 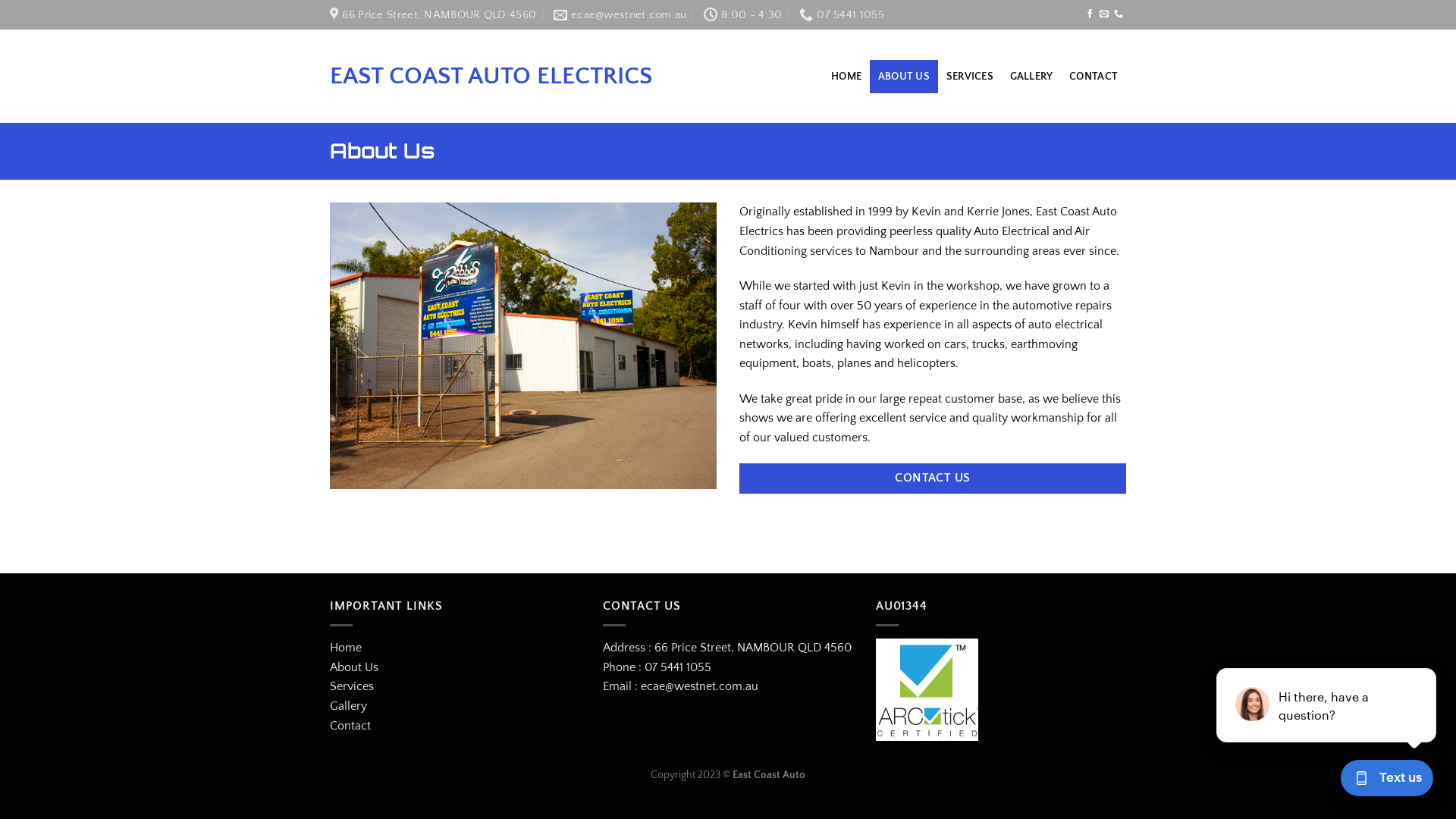 I want to click on 'About Us', so click(x=329, y=667).